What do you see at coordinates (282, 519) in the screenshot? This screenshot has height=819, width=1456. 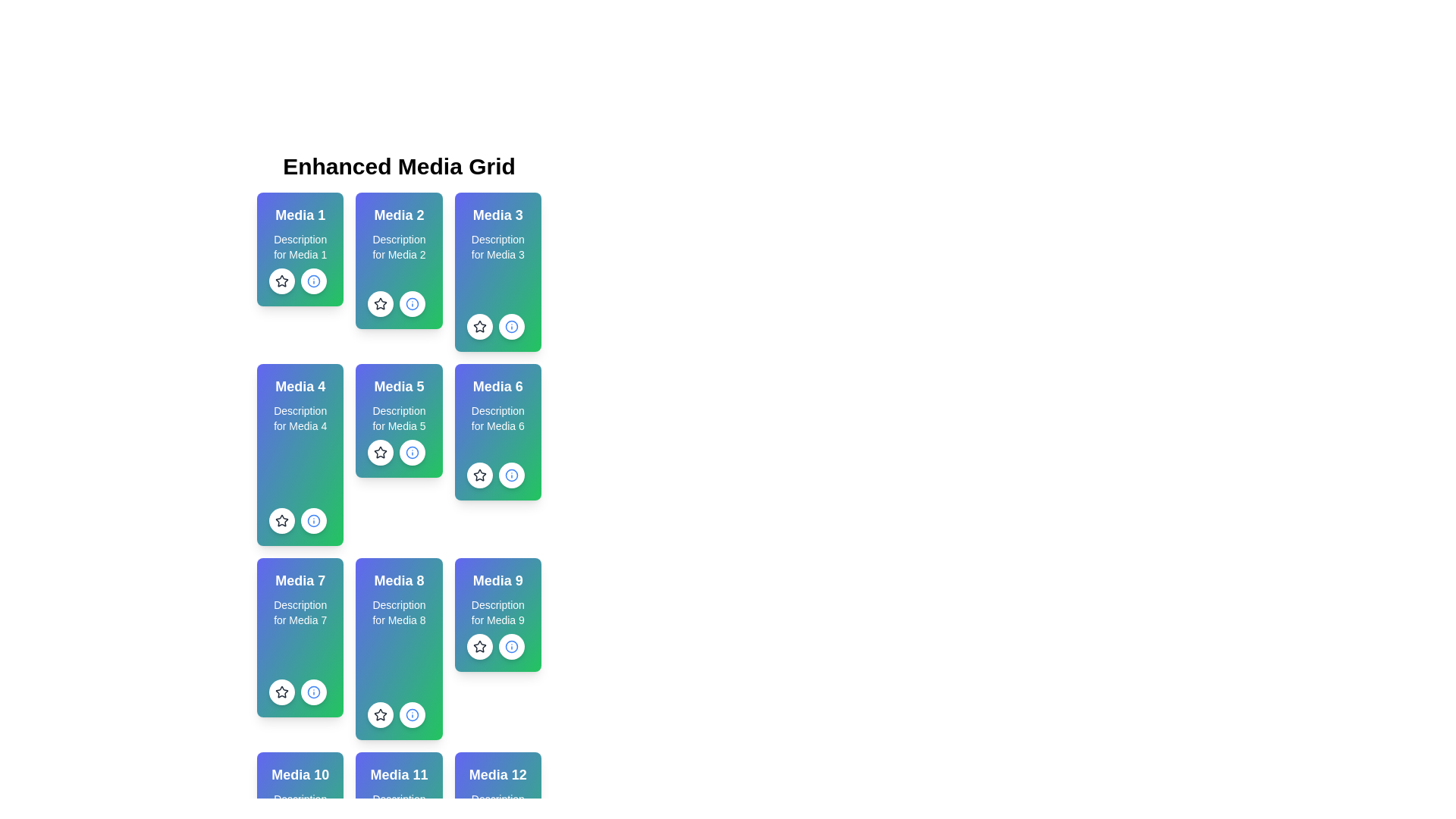 I see `the first button located at the bottom-left corner of the fourth card labeled 'Media 4' in the Enhanced Media Grid layout` at bounding box center [282, 519].